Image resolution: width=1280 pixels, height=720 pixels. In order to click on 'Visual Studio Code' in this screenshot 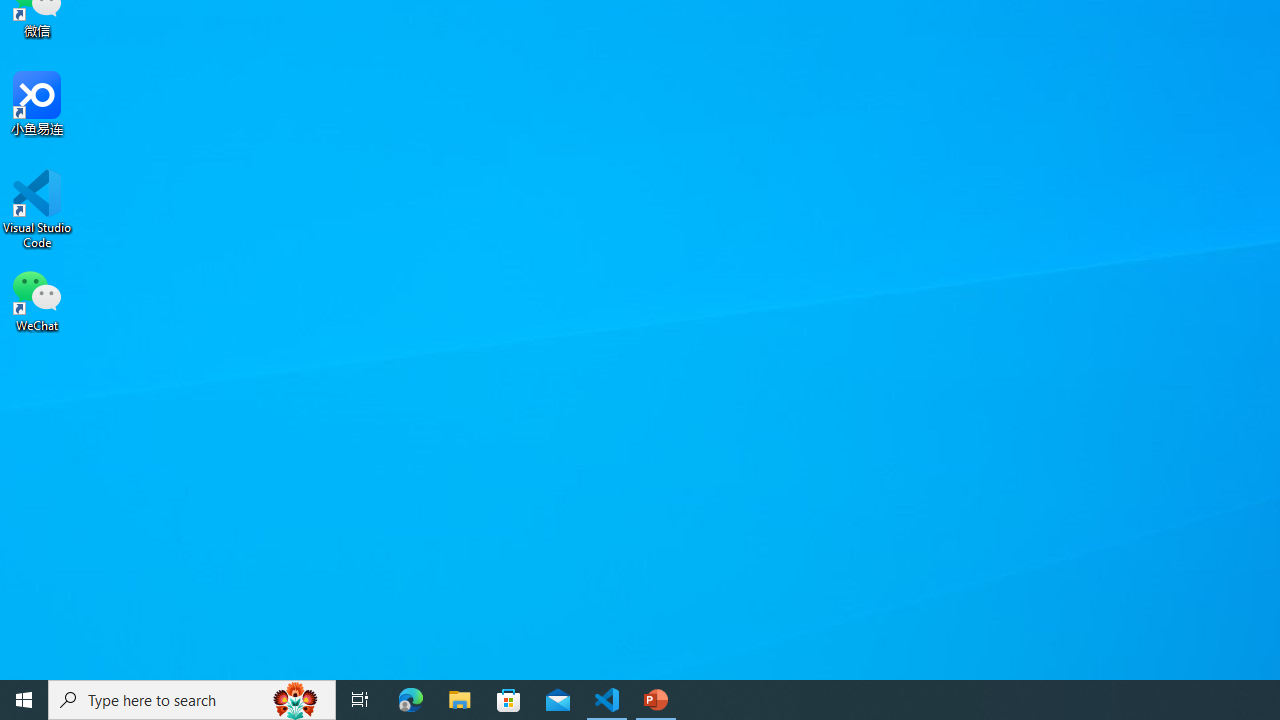, I will do `click(37, 209)`.